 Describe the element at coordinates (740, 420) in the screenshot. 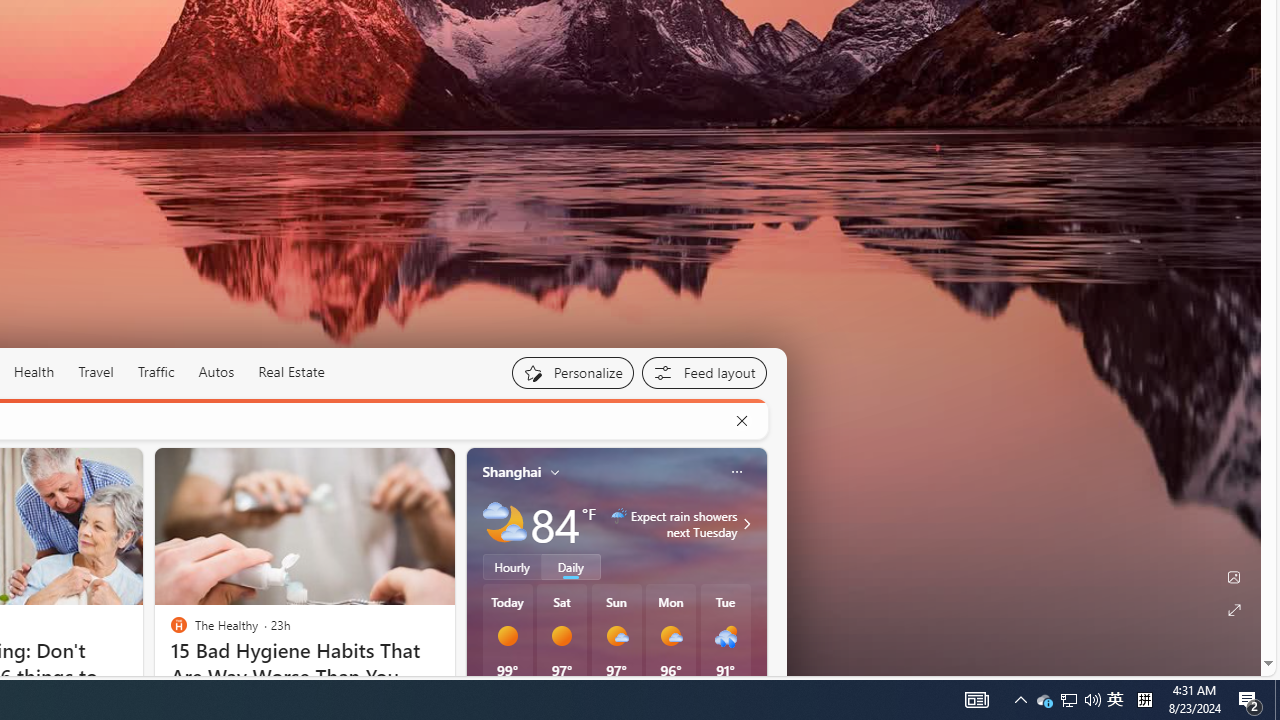

I see `'Cancel'` at that location.